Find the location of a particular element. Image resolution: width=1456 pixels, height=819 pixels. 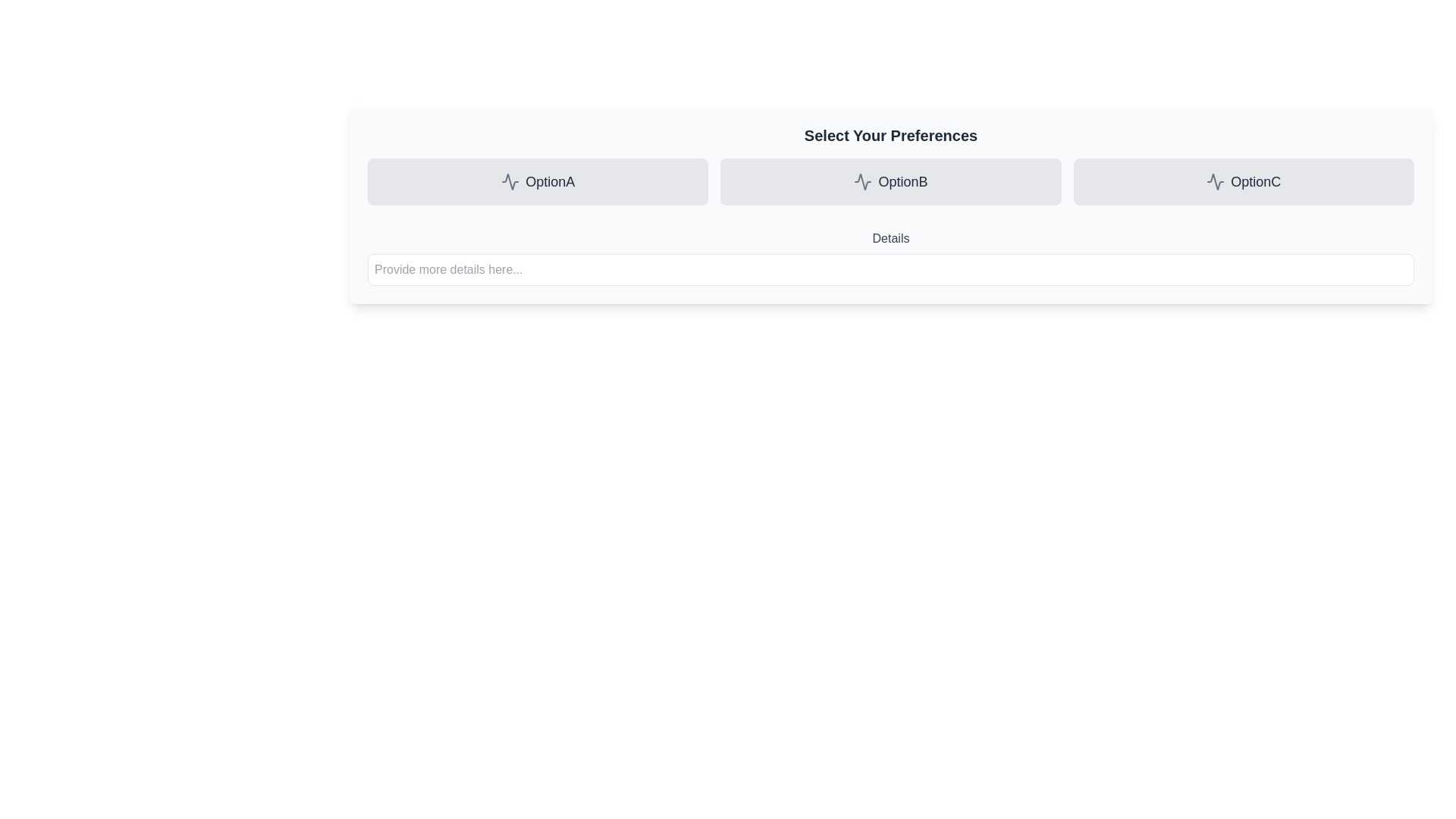

the button that allows users to select 'OptionB' within a group of three choices, positioned between 'OptionA' and 'OptionC' is located at coordinates (891, 180).